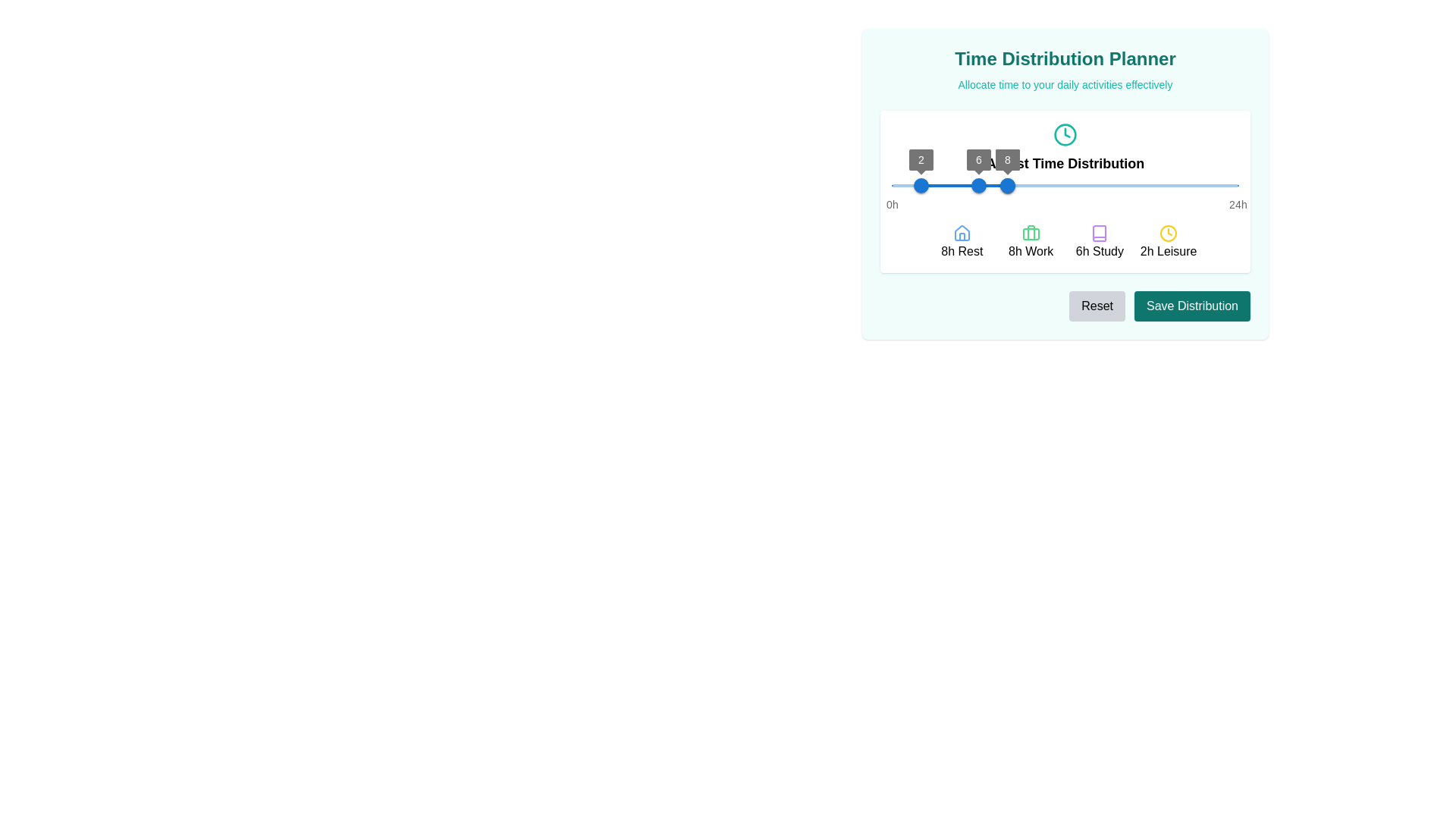 This screenshot has height=819, width=1456. I want to click on header and description text of the 'Time Distribution Planner' interface located at the top of the light teal card, directly above the 'Adjust Time Distribution' section, so click(1065, 70).